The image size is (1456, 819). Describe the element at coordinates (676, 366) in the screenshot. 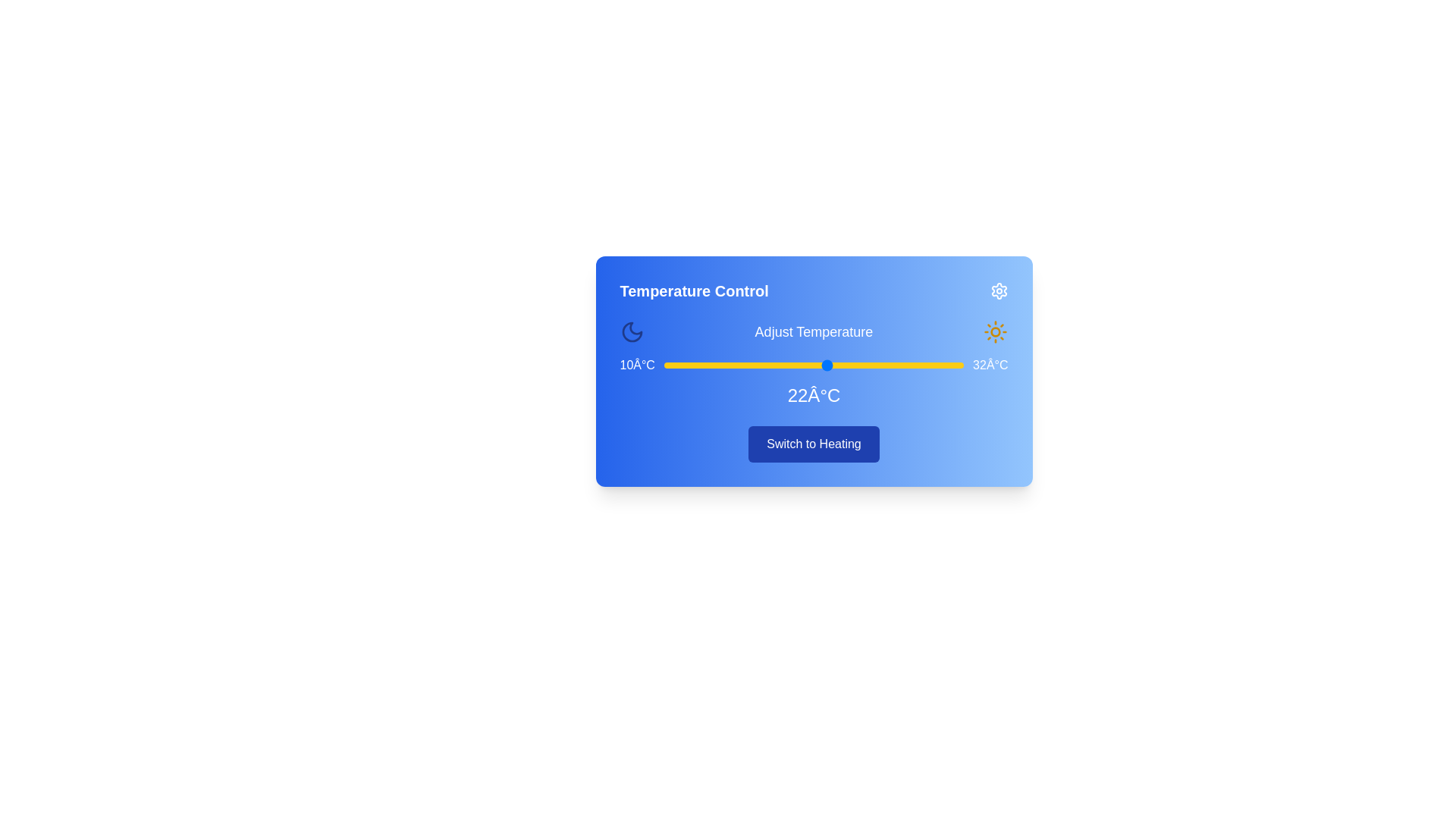

I see `the temperature to 11°C by sliding the temperature slider` at that location.